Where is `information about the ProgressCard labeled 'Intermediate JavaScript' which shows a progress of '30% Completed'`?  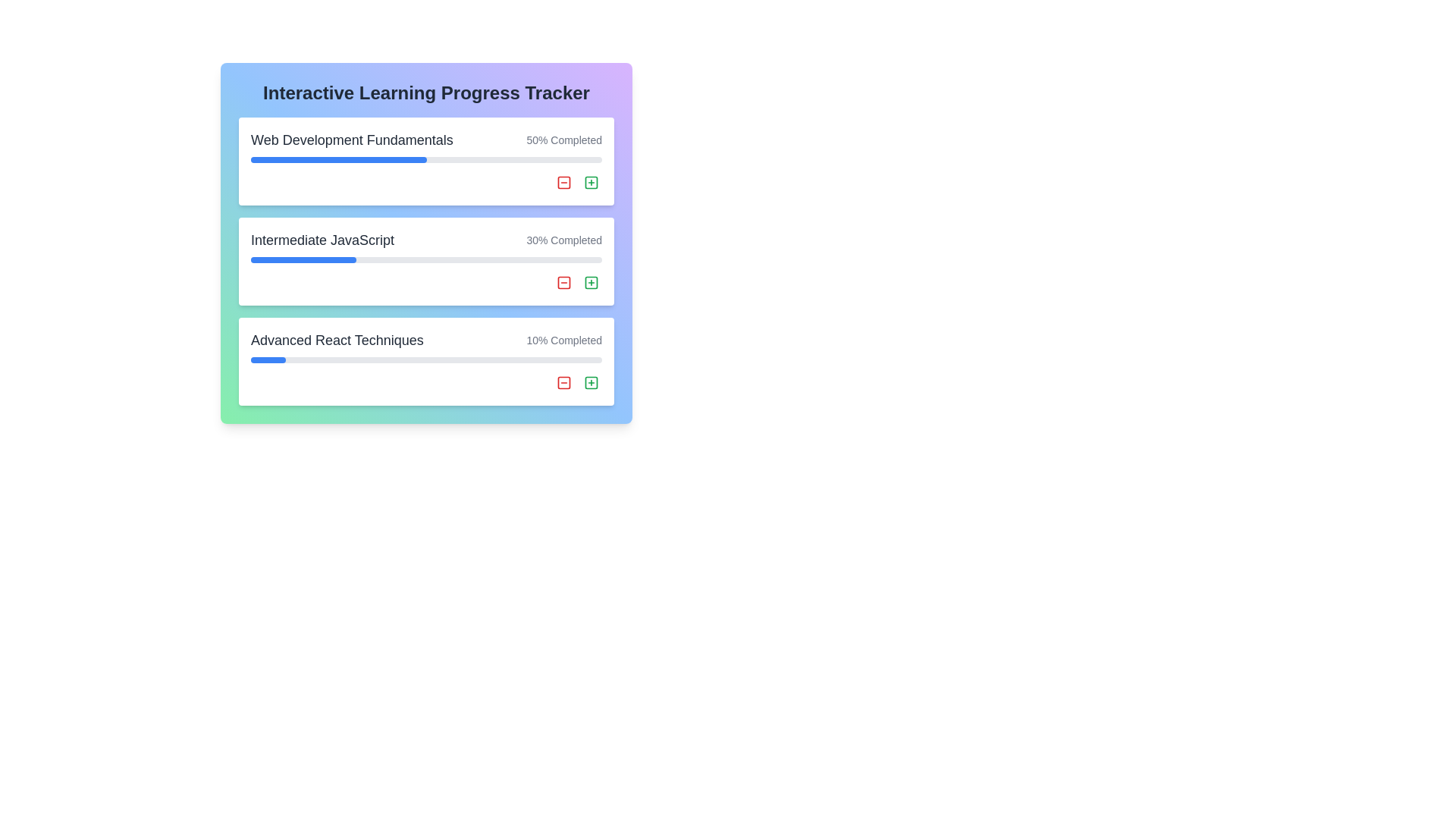
information about the ProgressCard labeled 'Intermediate JavaScript' which shows a progress of '30% Completed' is located at coordinates (425, 242).